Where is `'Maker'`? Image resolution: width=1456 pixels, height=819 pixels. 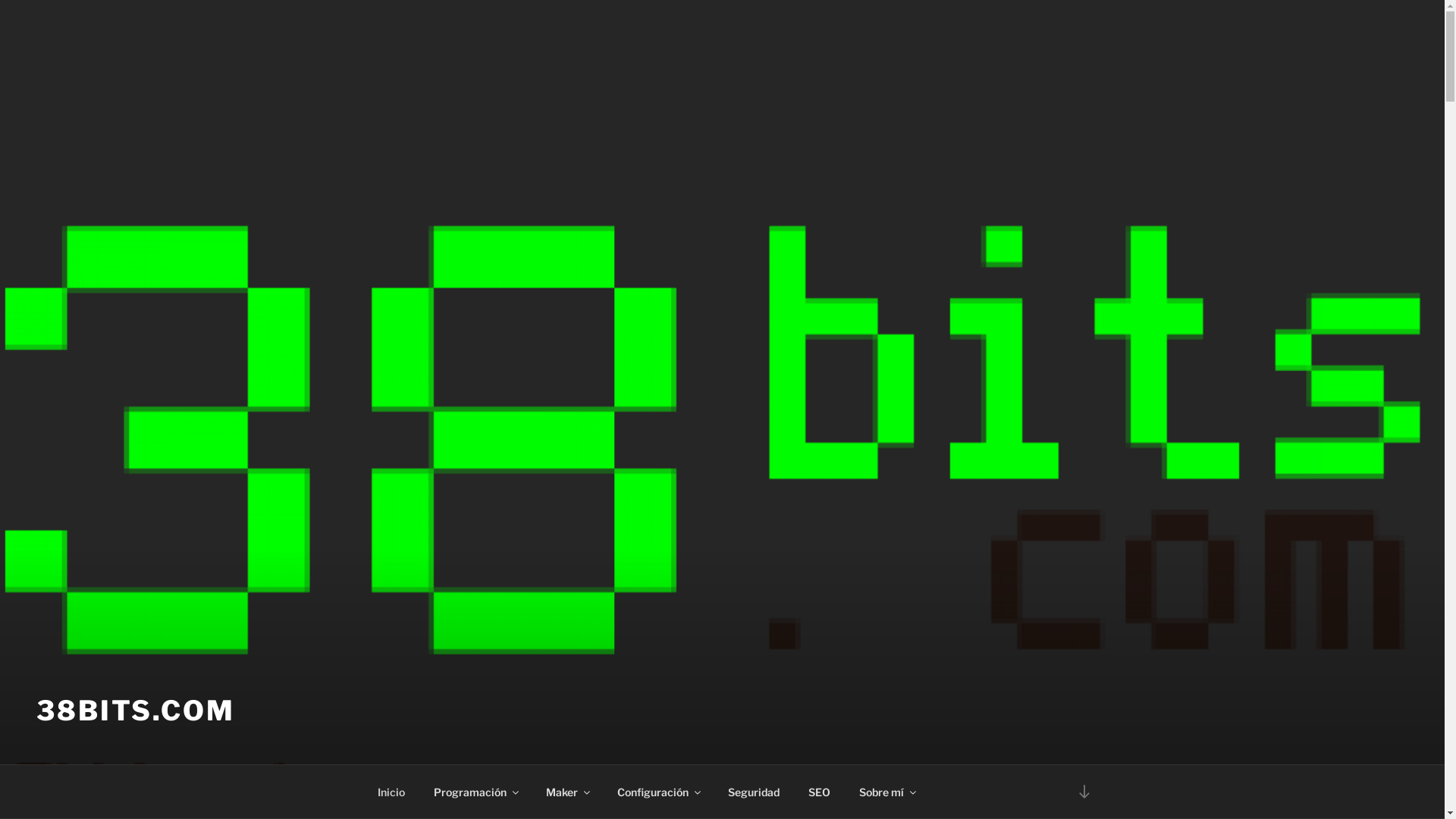
'Maker' is located at coordinates (566, 791).